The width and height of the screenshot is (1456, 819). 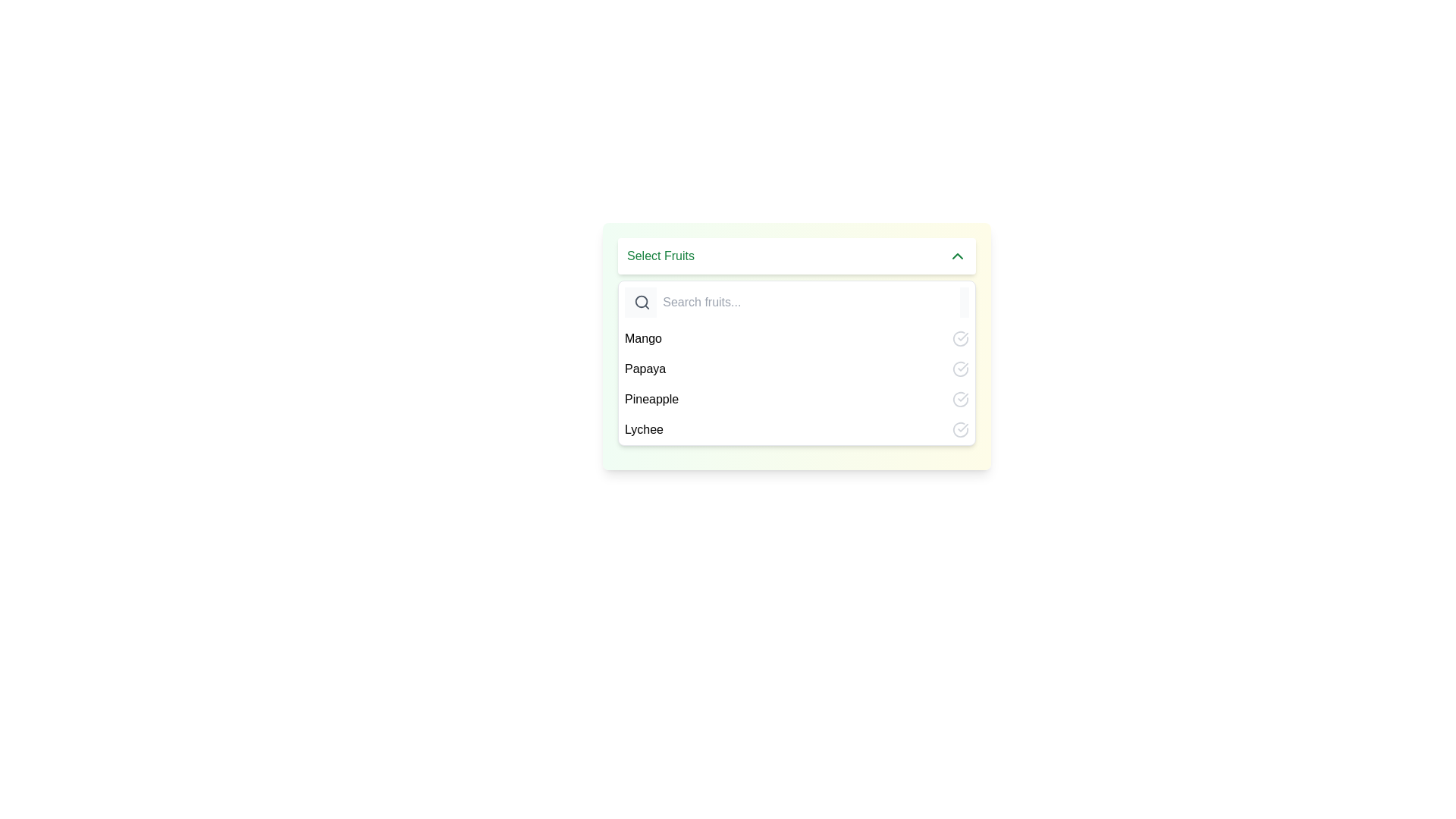 What do you see at coordinates (796, 338) in the screenshot?
I see `the selectable list item displaying 'Mango' in the dropdown menu` at bounding box center [796, 338].